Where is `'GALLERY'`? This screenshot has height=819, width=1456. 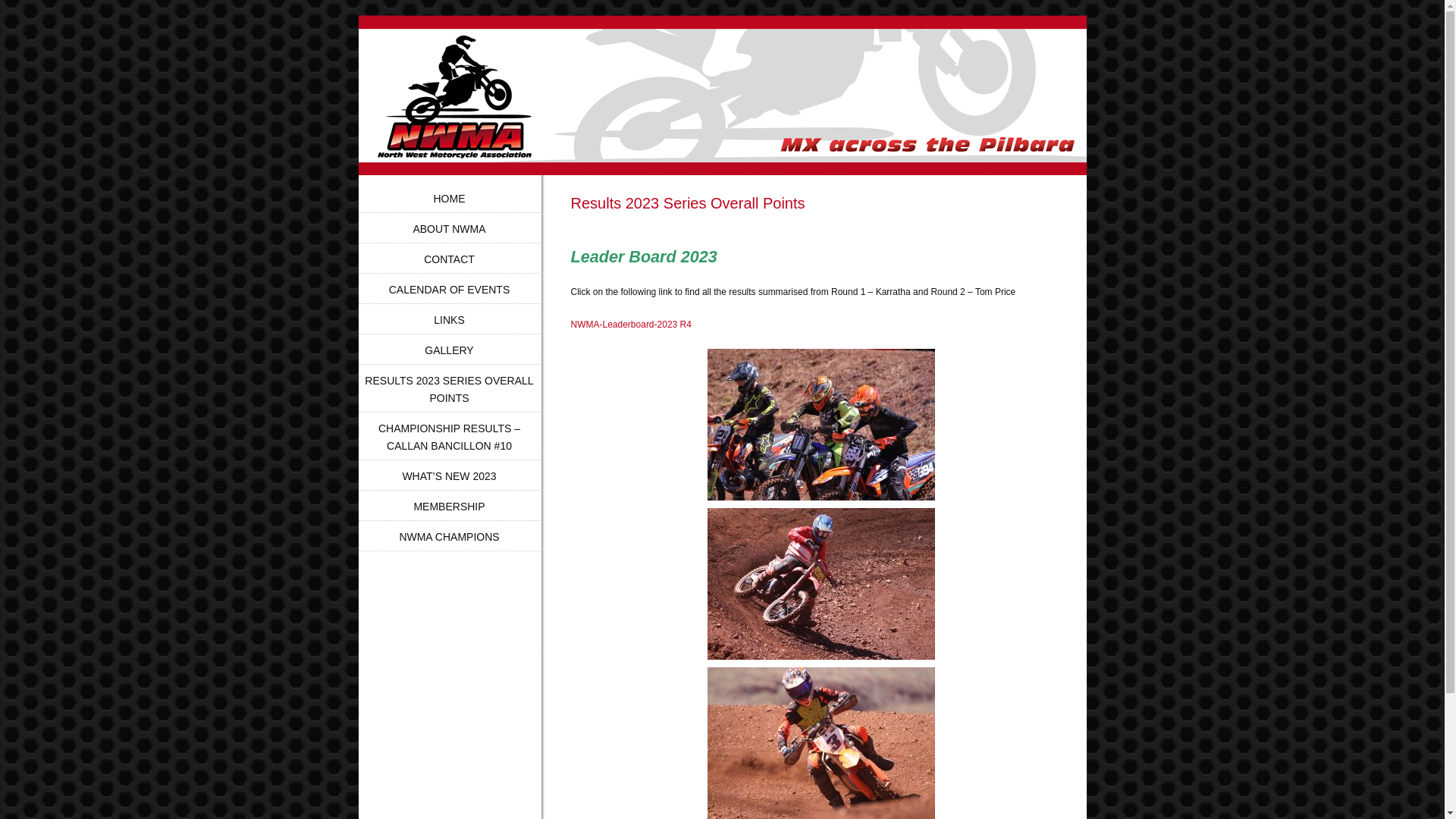 'GALLERY' is located at coordinates (425, 350).